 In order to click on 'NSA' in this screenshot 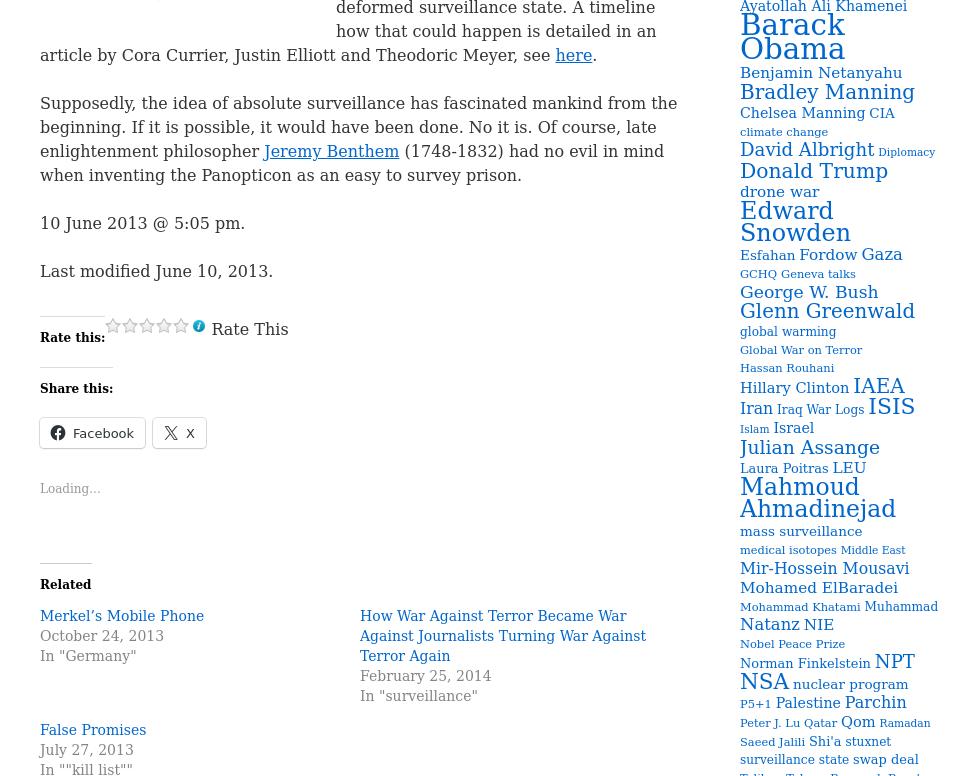, I will do `click(764, 681)`.